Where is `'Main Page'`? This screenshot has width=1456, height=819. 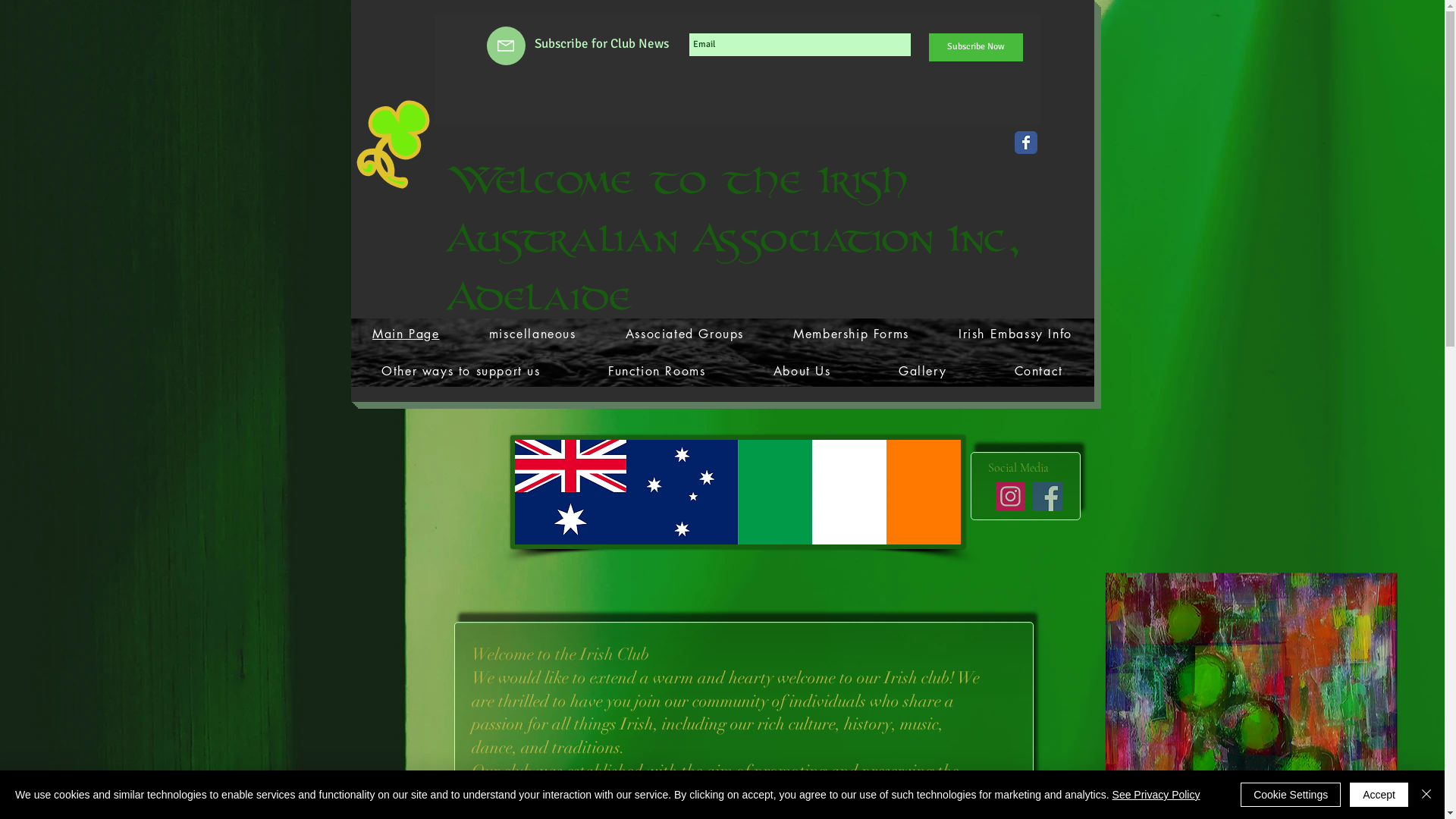 'Main Page' is located at coordinates (405, 333).